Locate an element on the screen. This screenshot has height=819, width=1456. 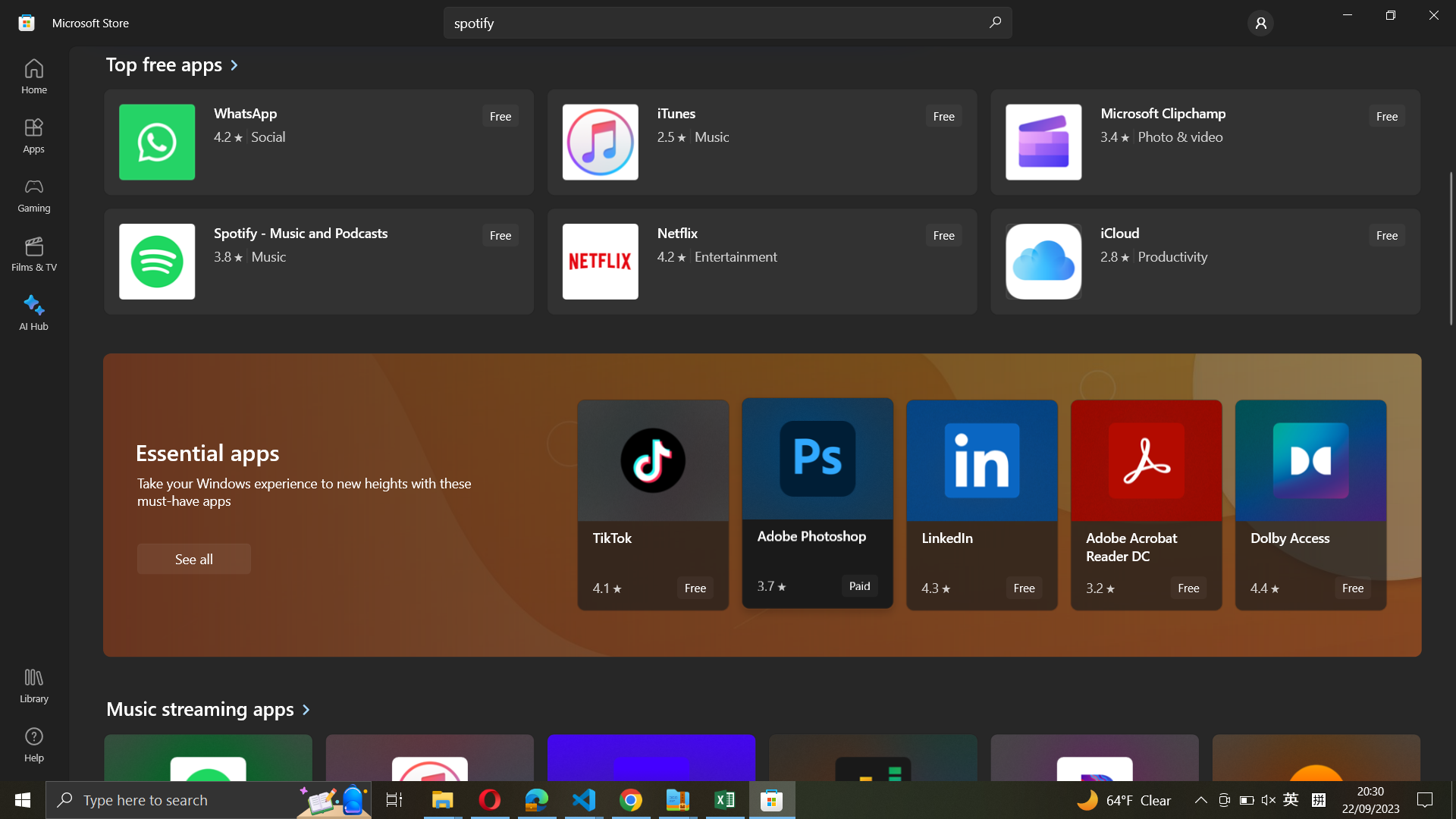
Top Free Apps Section is located at coordinates (173, 66).